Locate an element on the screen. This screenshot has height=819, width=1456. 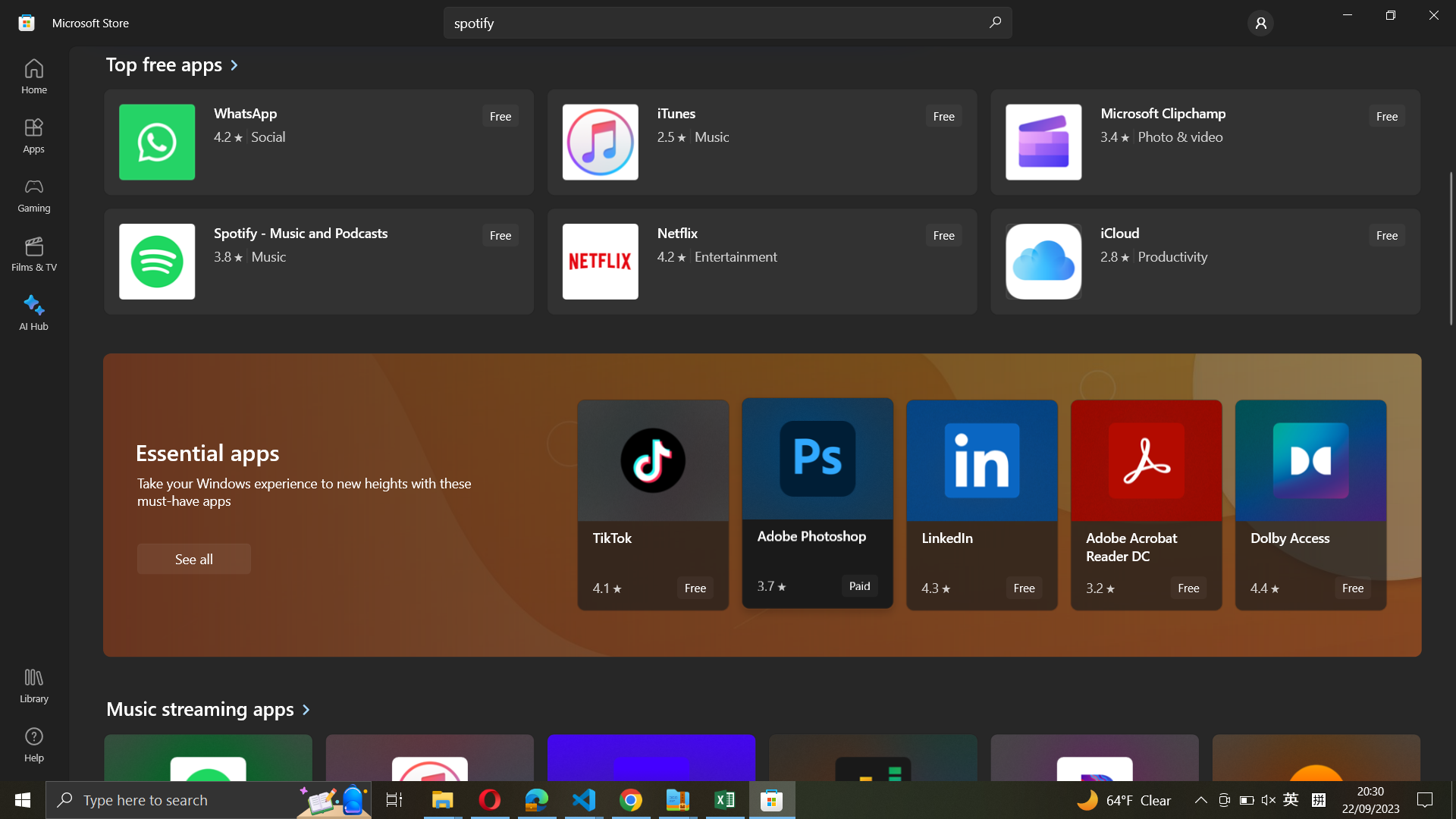
Top Free Apps Section is located at coordinates (173, 66).